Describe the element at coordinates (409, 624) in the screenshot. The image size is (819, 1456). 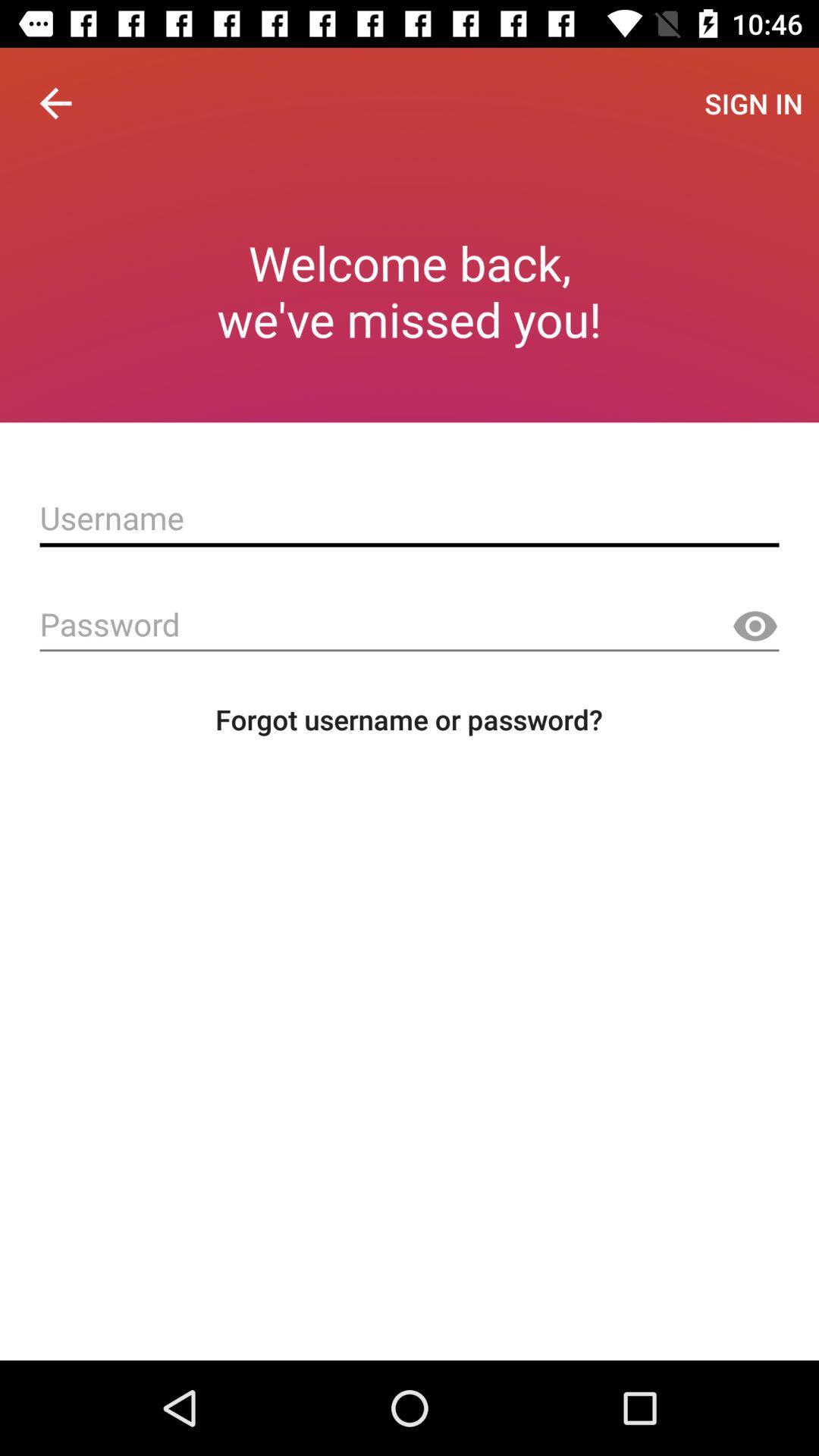
I see `password` at that location.